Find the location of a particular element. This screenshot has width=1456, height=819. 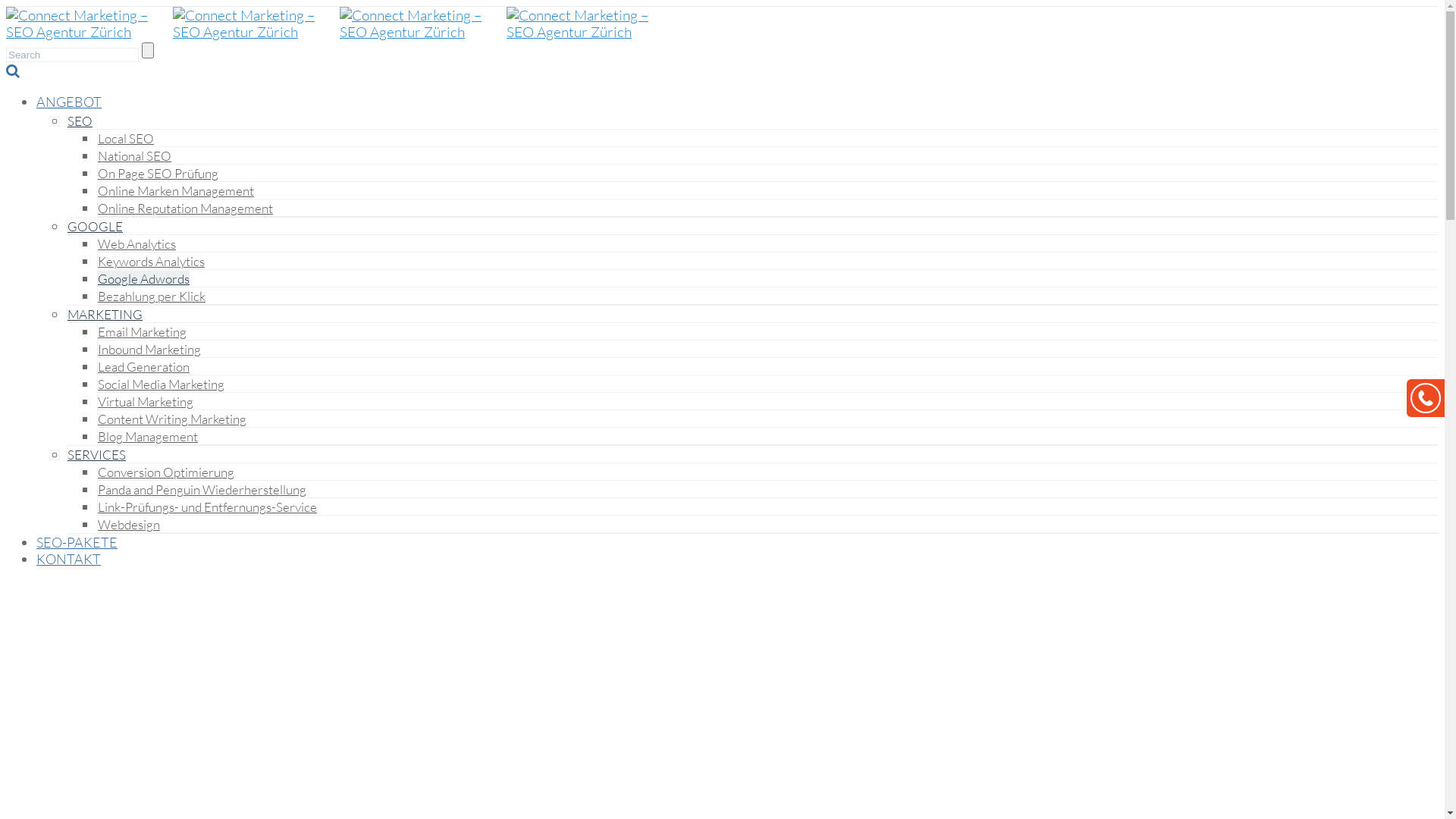

'Inbound Marketing' is located at coordinates (96, 349).